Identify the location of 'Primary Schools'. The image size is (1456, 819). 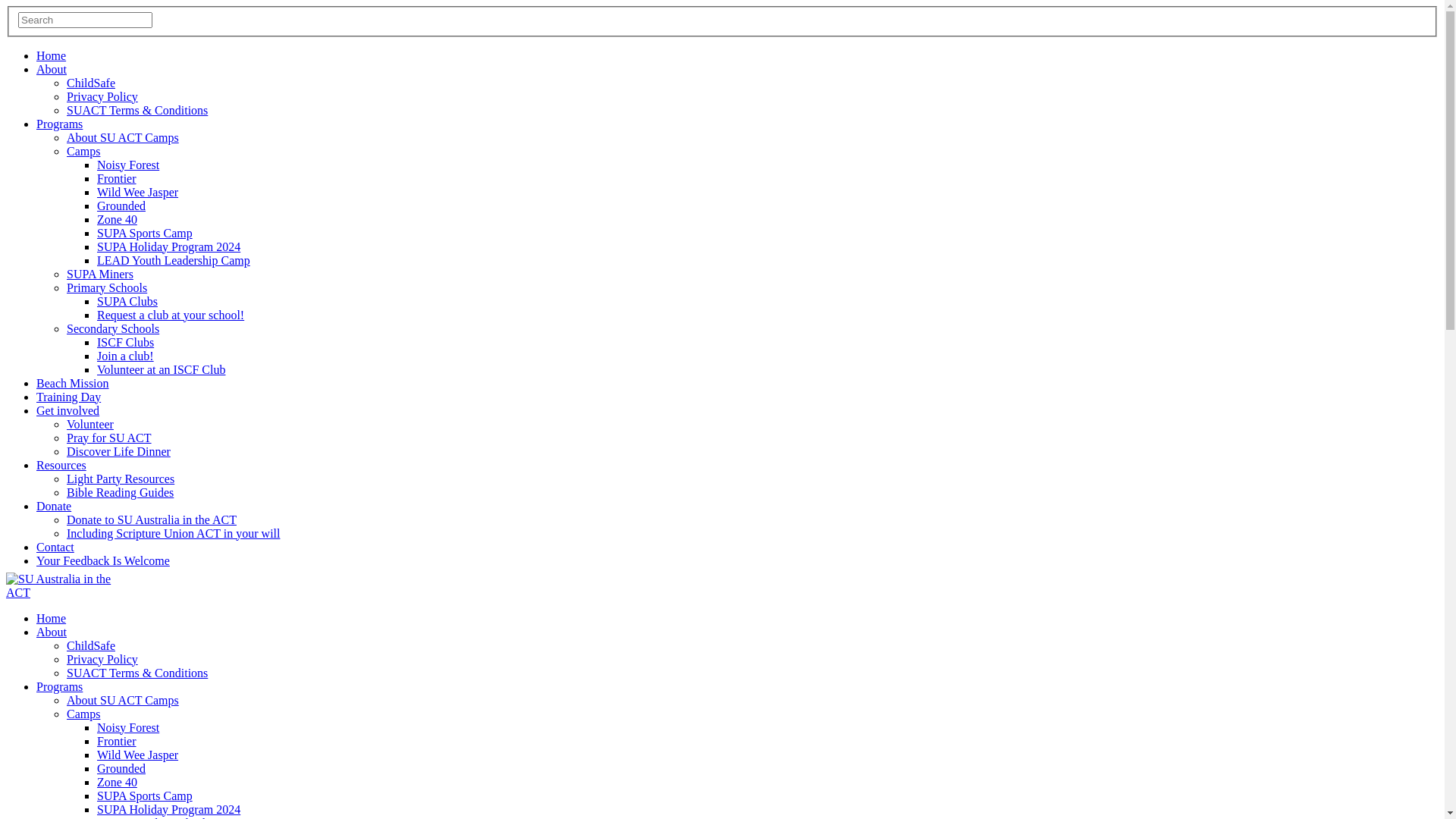
(105, 287).